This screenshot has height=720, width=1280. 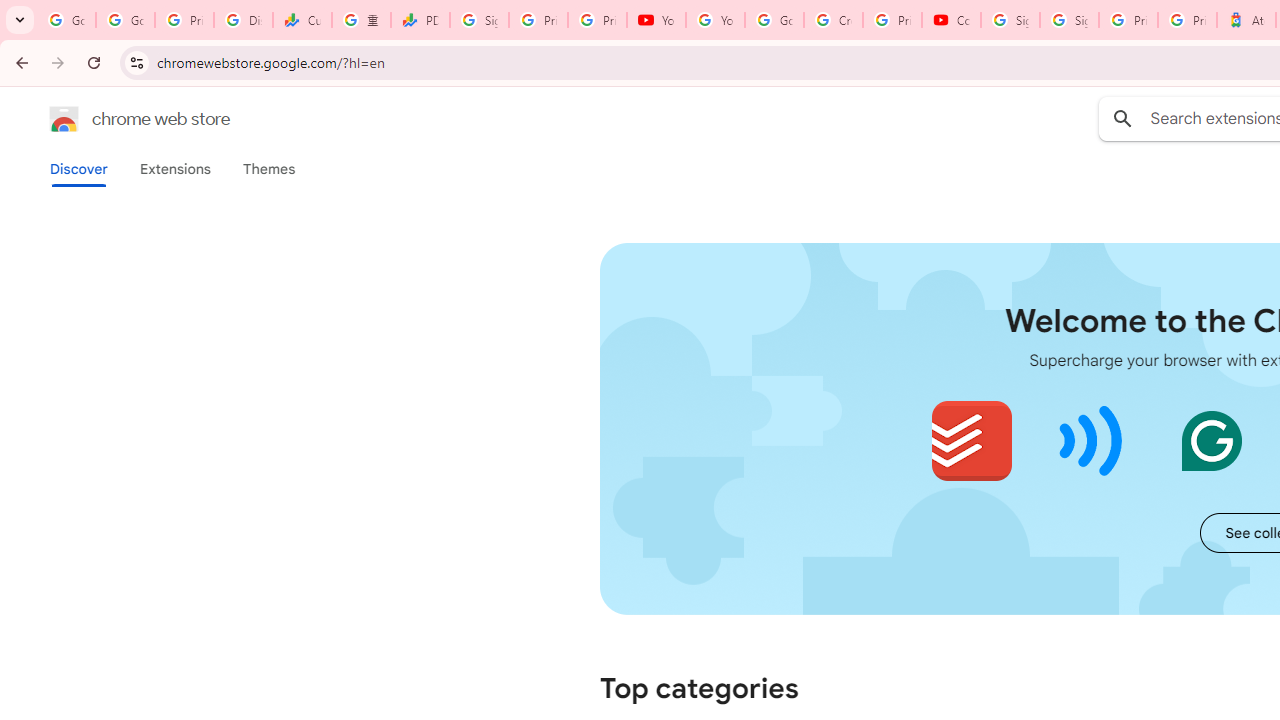 What do you see at coordinates (596, 20) in the screenshot?
I see `'Privacy Checkup'` at bounding box center [596, 20].